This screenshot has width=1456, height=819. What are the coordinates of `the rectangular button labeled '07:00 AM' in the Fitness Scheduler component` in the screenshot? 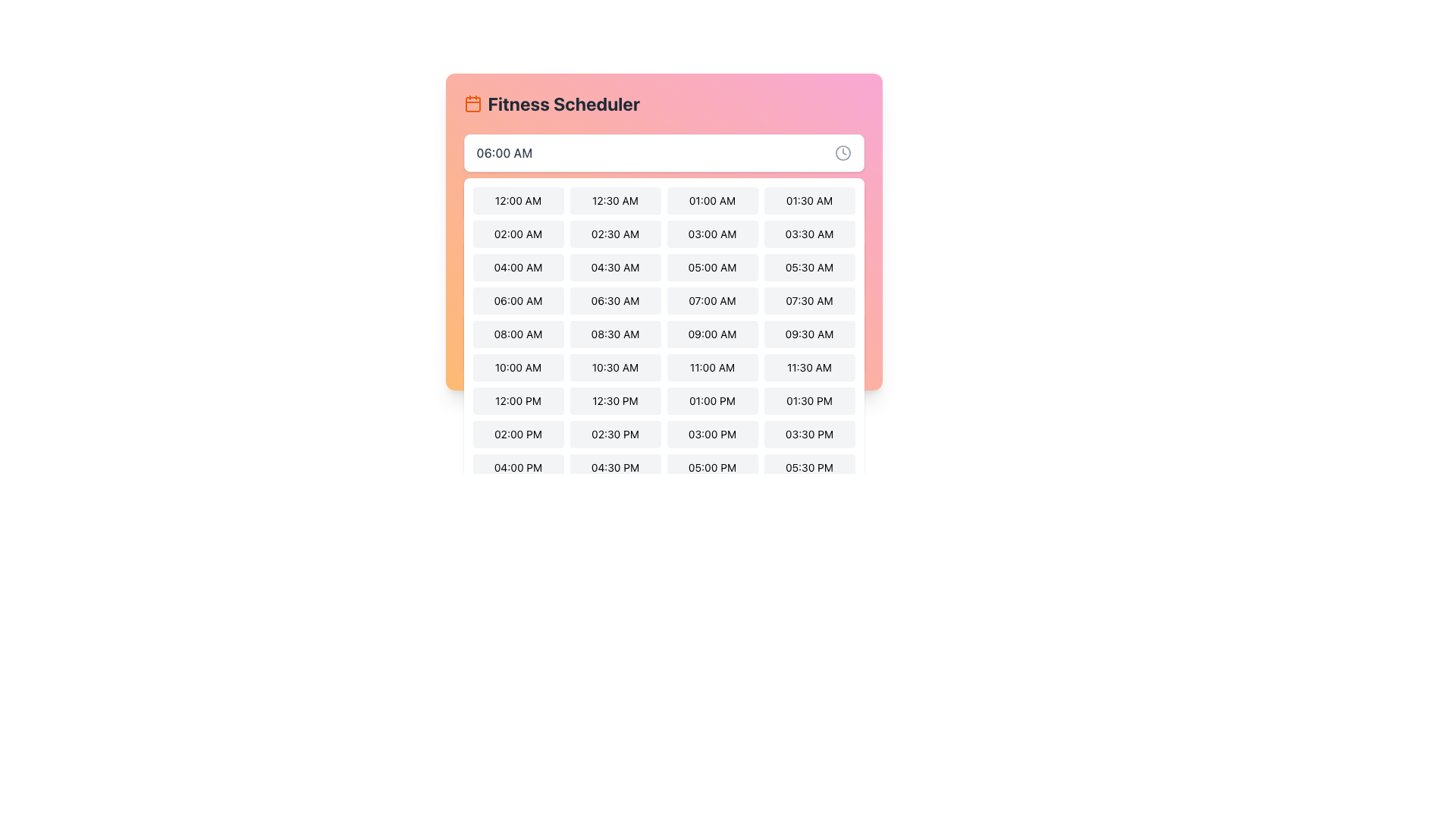 It's located at (711, 301).